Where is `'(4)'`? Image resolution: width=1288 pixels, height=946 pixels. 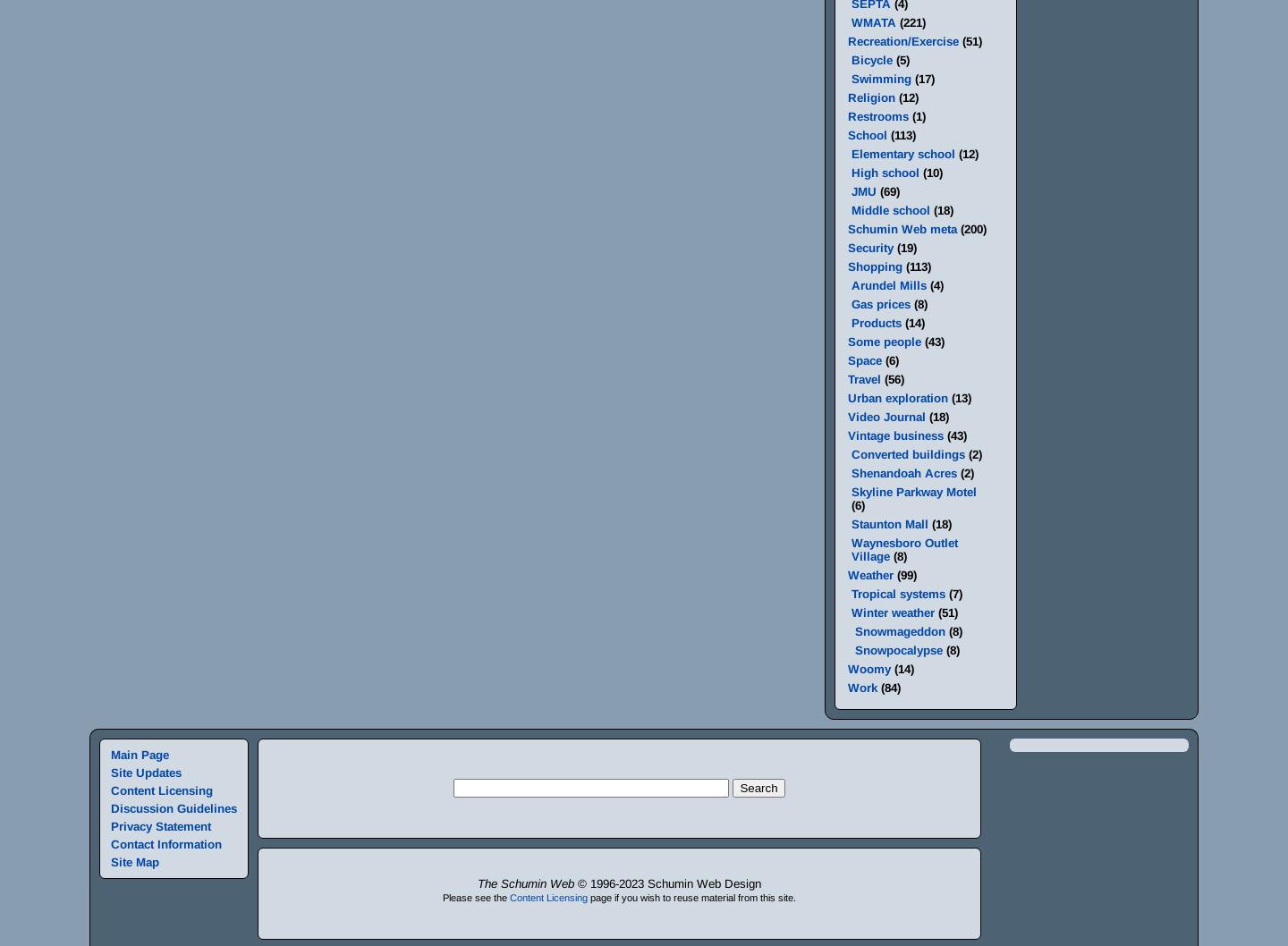 '(4)' is located at coordinates (935, 284).